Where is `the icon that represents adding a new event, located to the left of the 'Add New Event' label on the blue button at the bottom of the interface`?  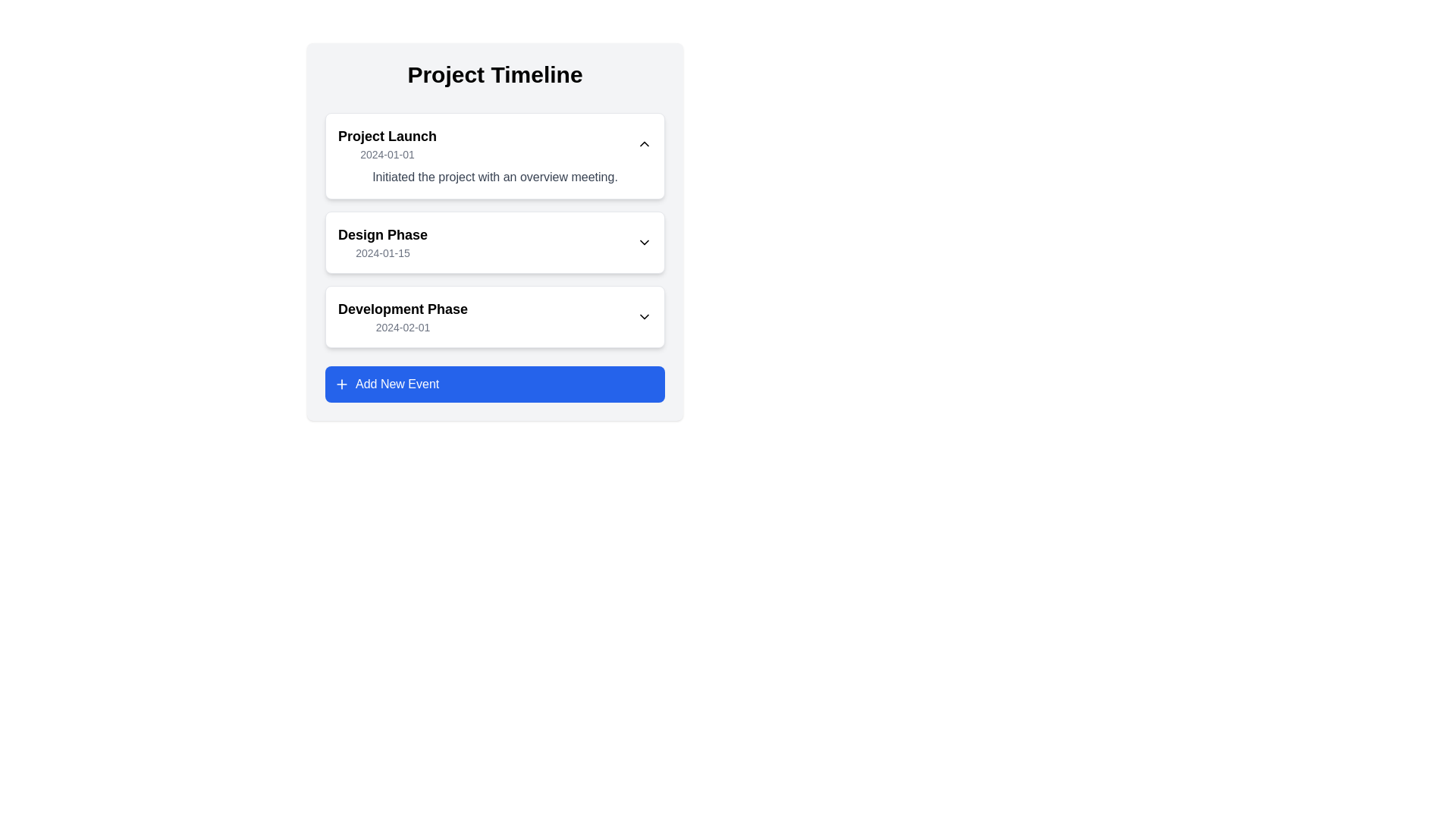 the icon that represents adding a new event, located to the left of the 'Add New Event' label on the blue button at the bottom of the interface is located at coordinates (341, 383).